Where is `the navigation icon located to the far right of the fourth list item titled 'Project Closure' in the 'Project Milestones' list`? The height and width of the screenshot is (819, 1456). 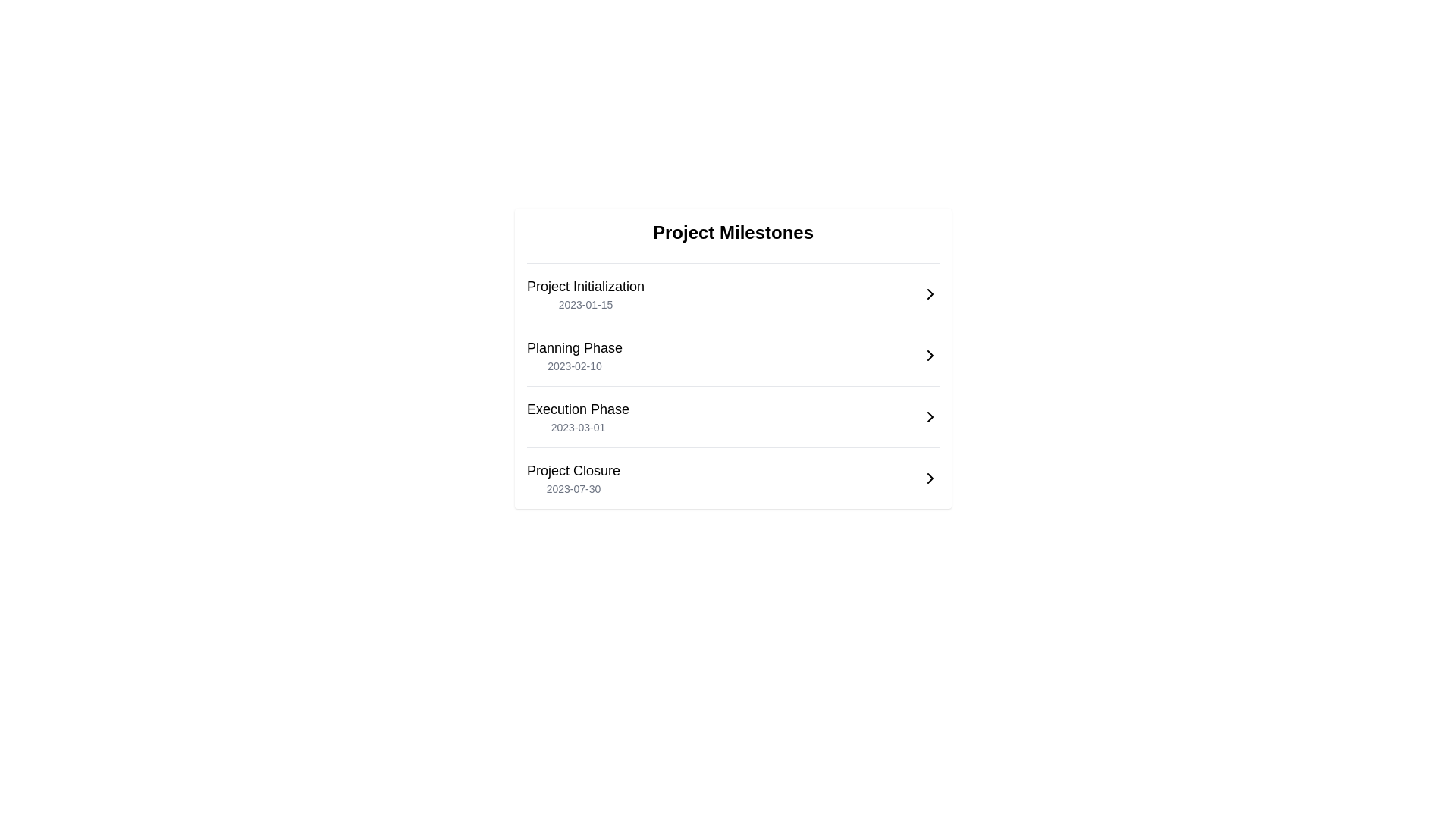 the navigation icon located to the far right of the fourth list item titled 'Project Closure' in the 'Project Milestones' list is located at coordinates (930, 479).